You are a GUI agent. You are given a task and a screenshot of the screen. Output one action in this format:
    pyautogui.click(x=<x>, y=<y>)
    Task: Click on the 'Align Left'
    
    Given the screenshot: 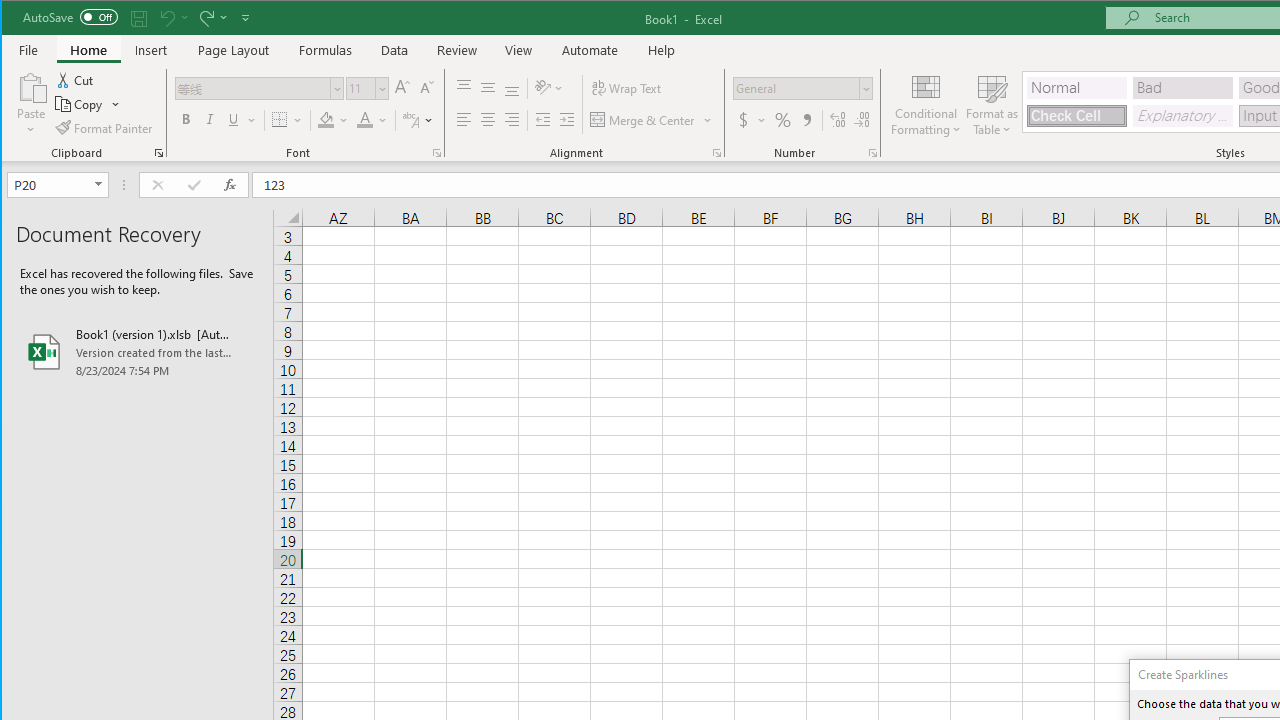 What is the action you would take?
    pyautogui.click(x=463, y=120)
    